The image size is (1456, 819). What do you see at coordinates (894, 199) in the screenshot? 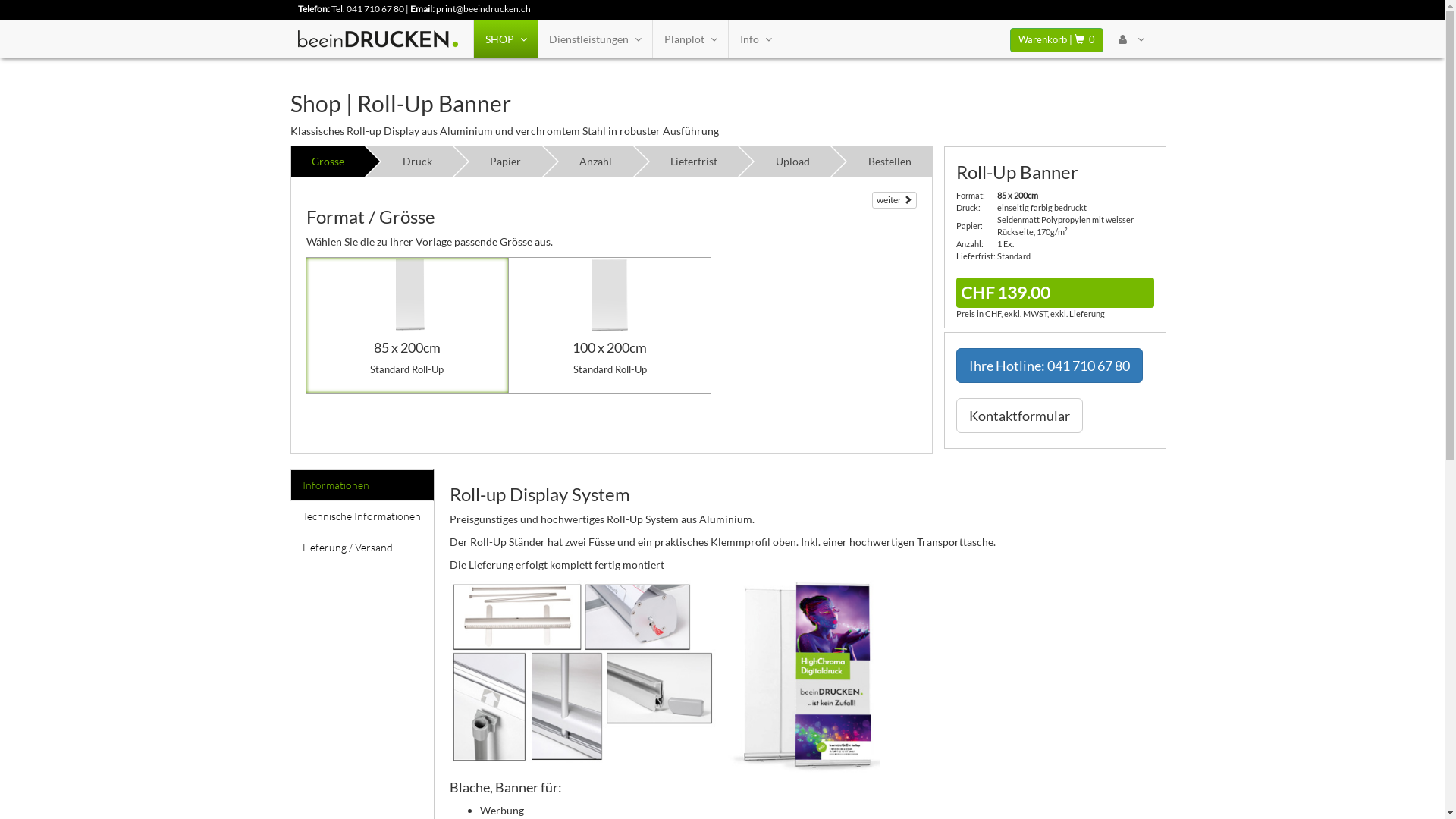
I see `'weiter'` at bounding box center [894, 199].